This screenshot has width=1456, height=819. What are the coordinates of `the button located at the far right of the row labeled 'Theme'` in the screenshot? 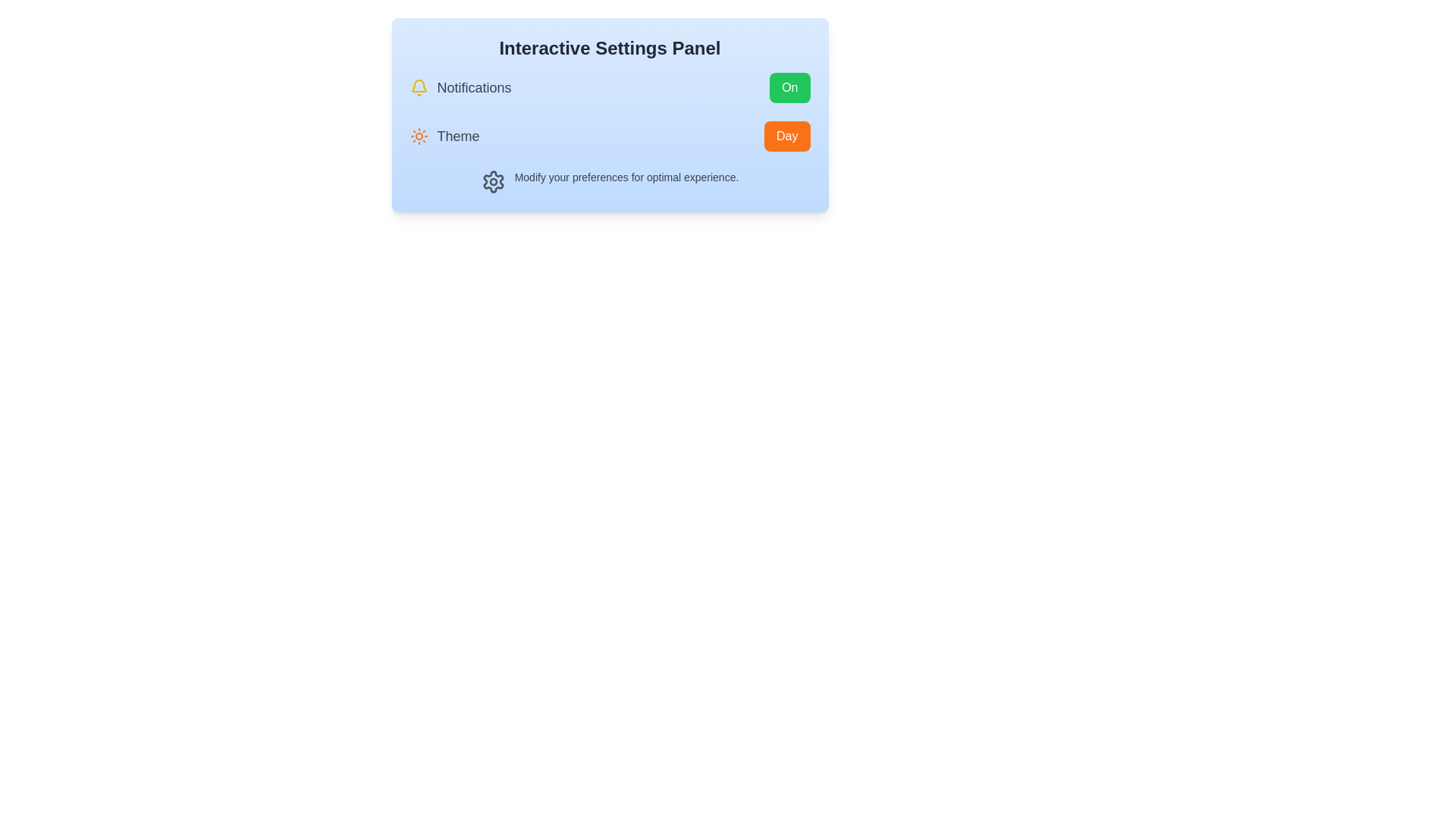 It's located at (786, 136).